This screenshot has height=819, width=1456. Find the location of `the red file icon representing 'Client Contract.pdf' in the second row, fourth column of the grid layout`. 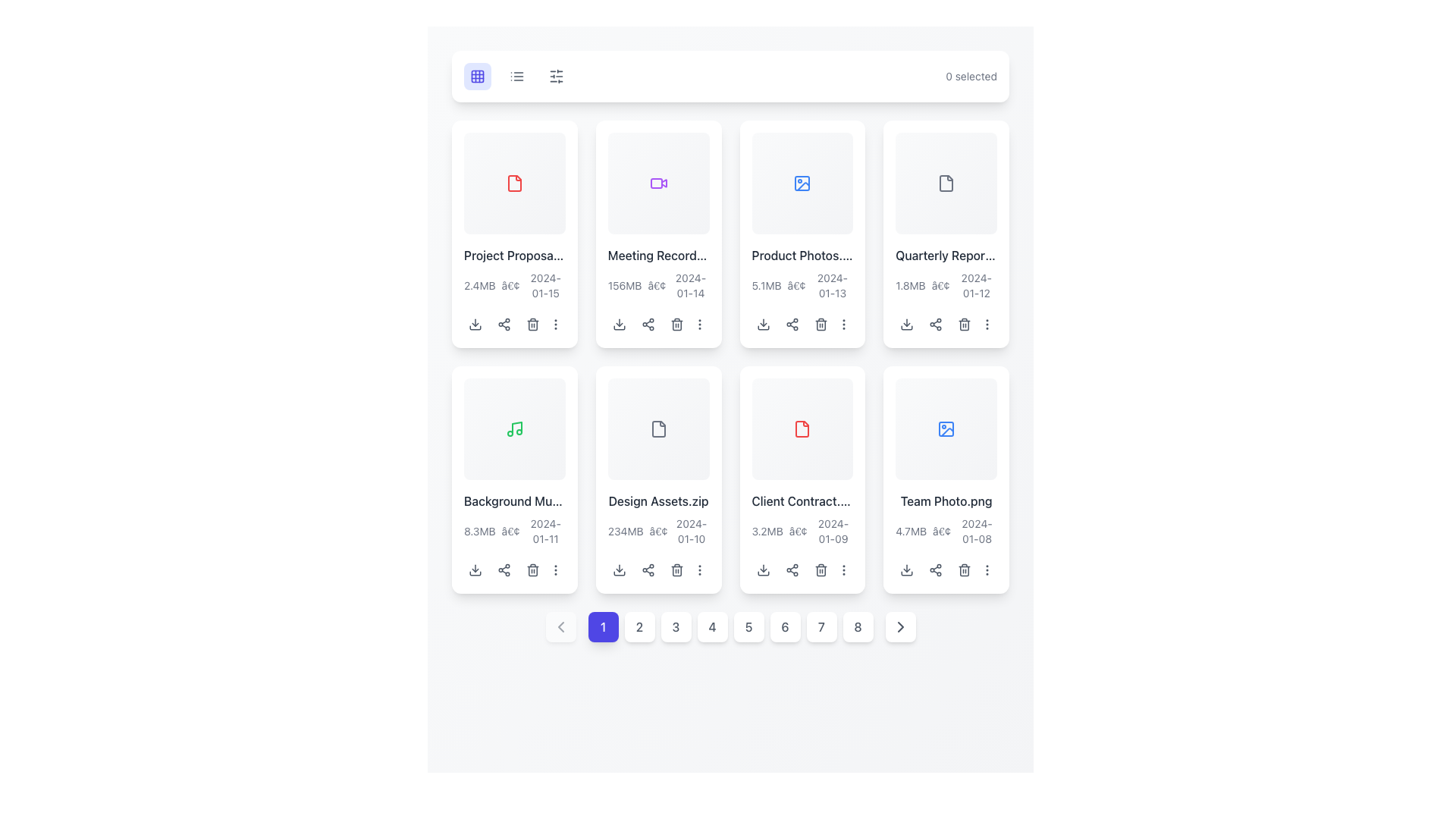

the red file icon representing 'Client Contract.pdf' in the second row, fourth column of the grid layout is located at coordinates (802, 428).